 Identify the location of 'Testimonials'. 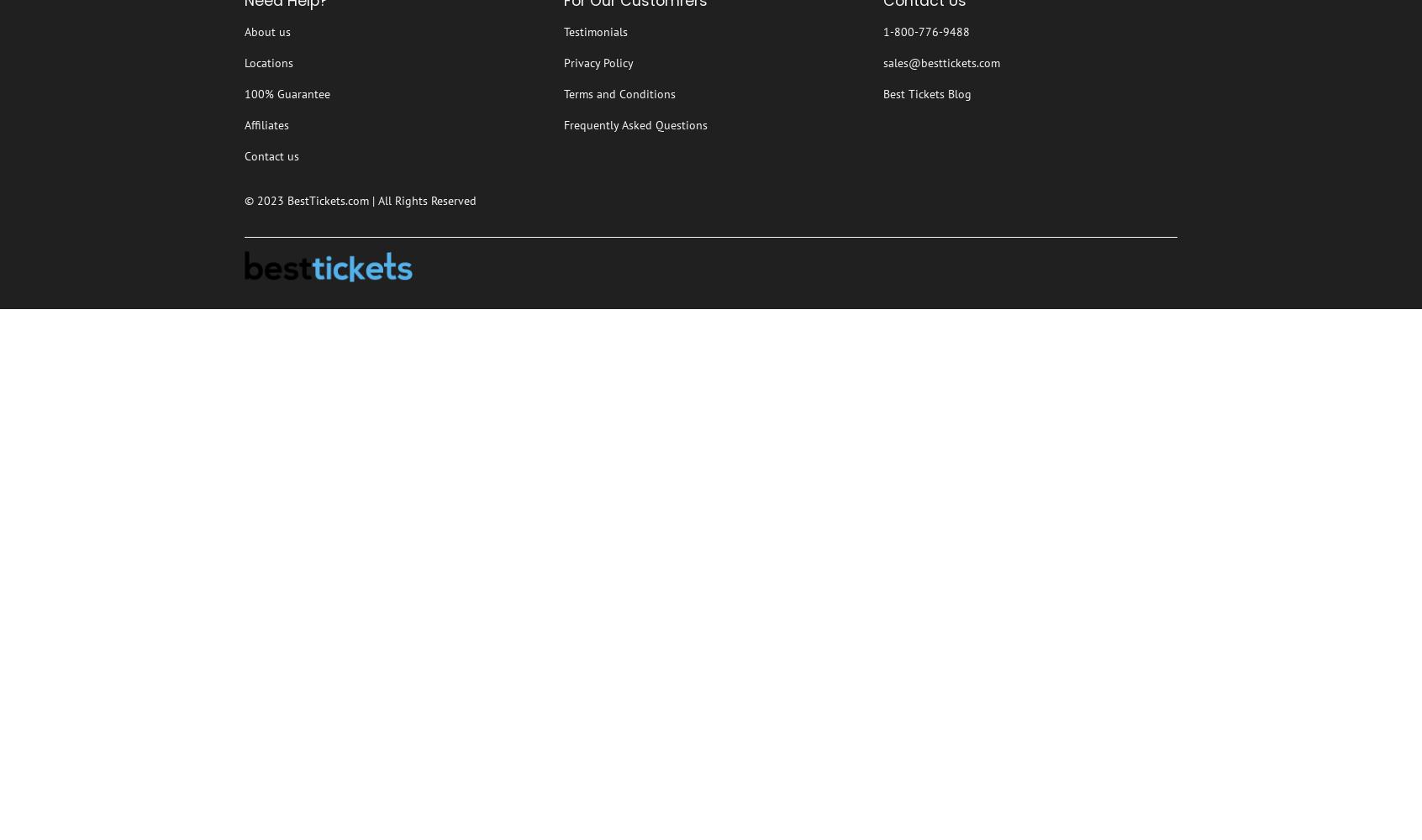
(594, 32).